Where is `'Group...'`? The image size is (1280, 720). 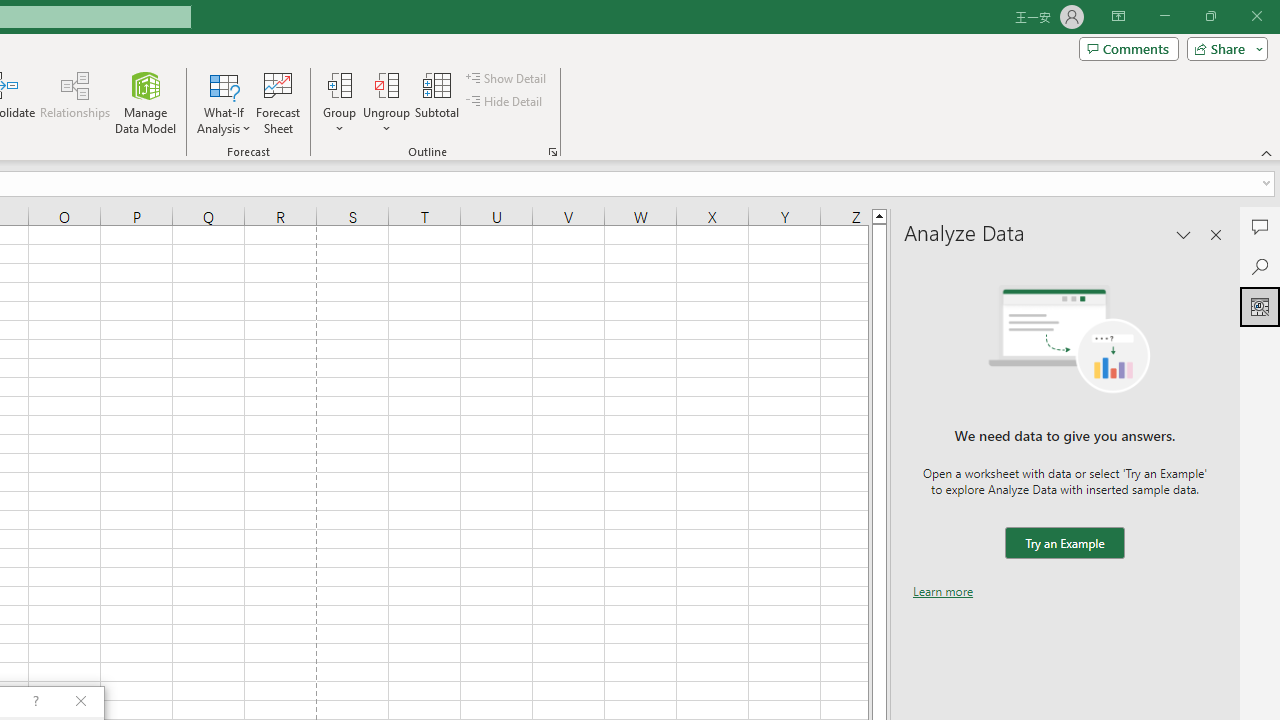 'Group...' is located at coordinates (339, 103).